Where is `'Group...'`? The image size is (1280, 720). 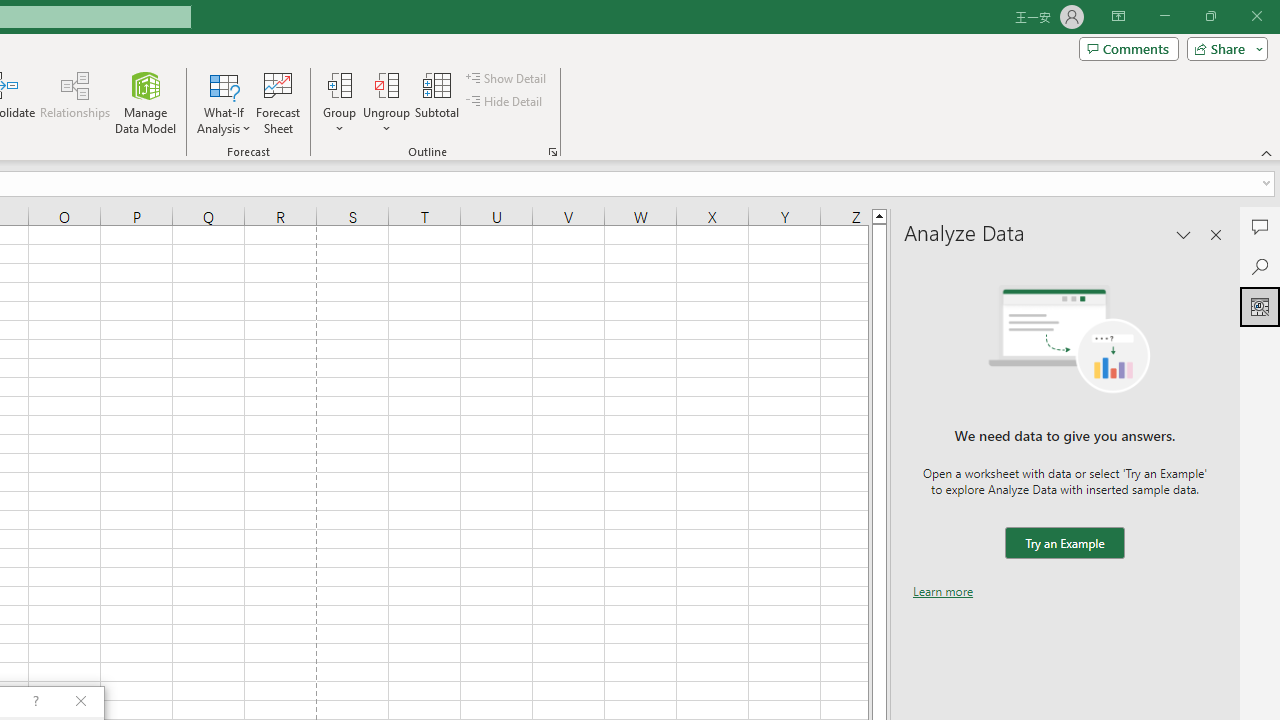 'Group...' is located at coordinates (339, 103).